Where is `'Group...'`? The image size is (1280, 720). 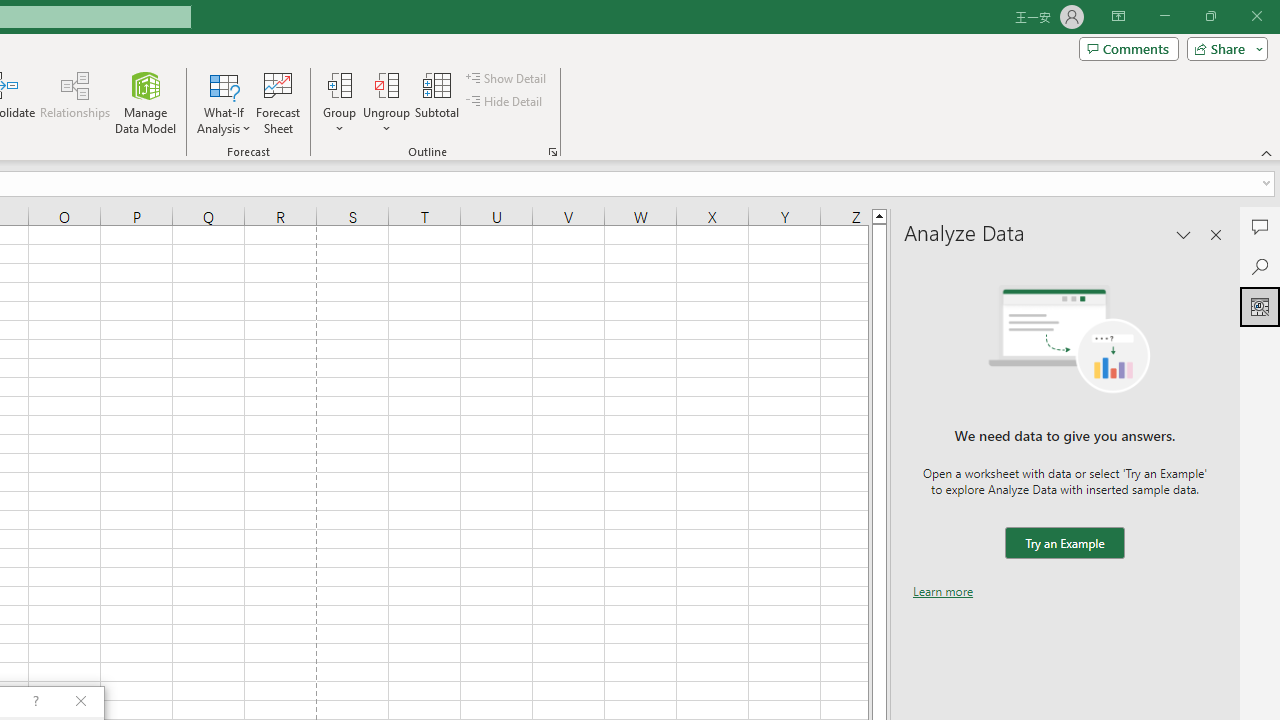 'Group...' is located at coordinates (339, 103).